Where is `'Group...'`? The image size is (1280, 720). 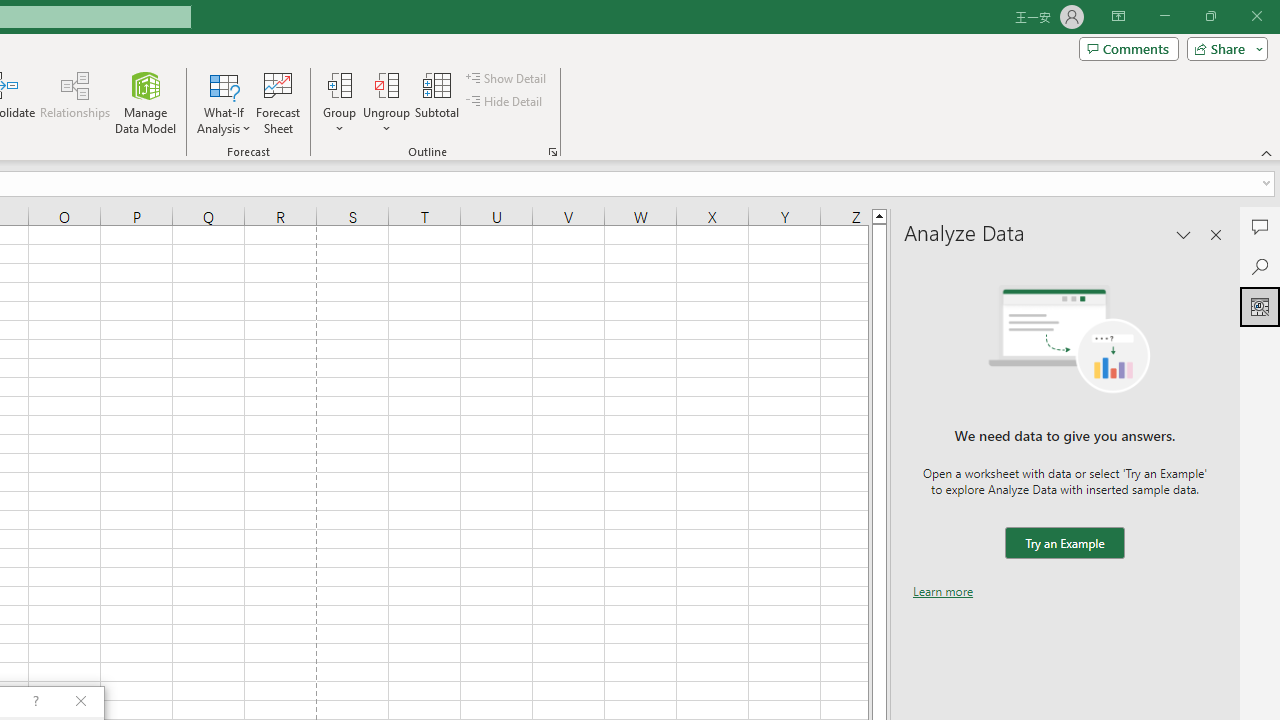 'Group...' is located at coordinates (339, 103).